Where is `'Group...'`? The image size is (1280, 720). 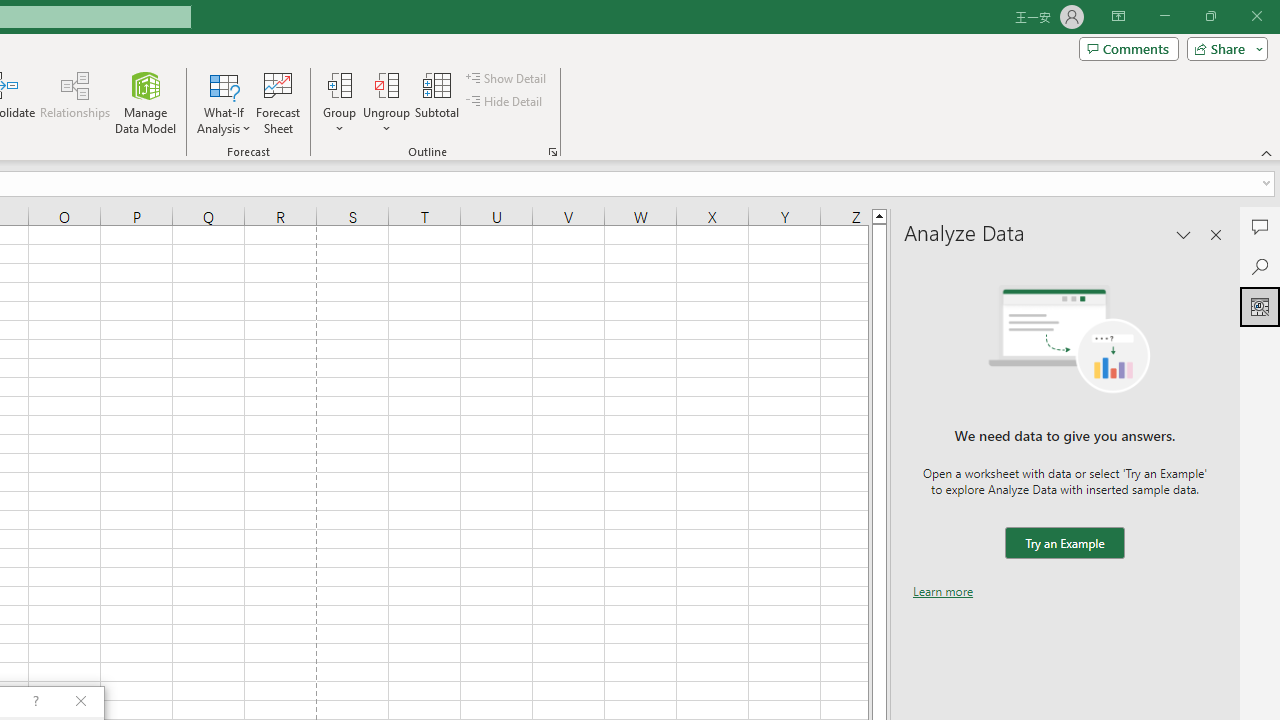 'Group...' is located at coordinates (339, 103).